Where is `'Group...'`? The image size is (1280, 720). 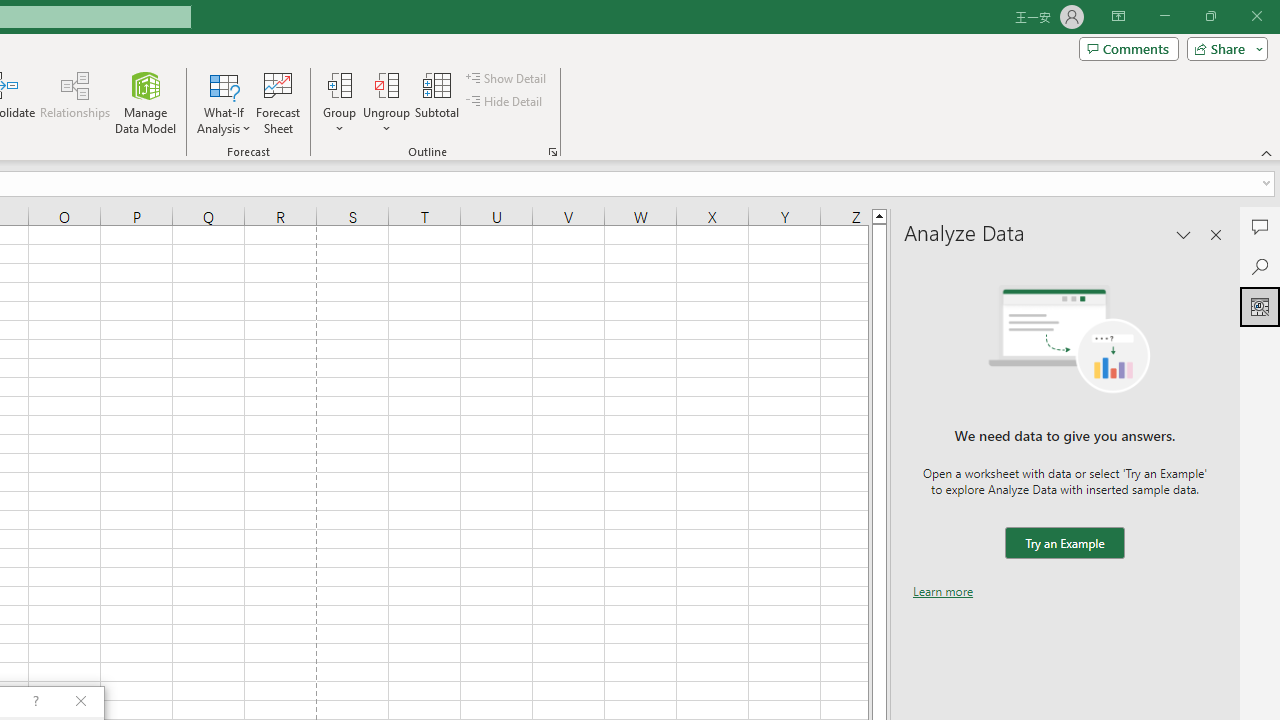 'Group...' is located at coordinates (339, 103).